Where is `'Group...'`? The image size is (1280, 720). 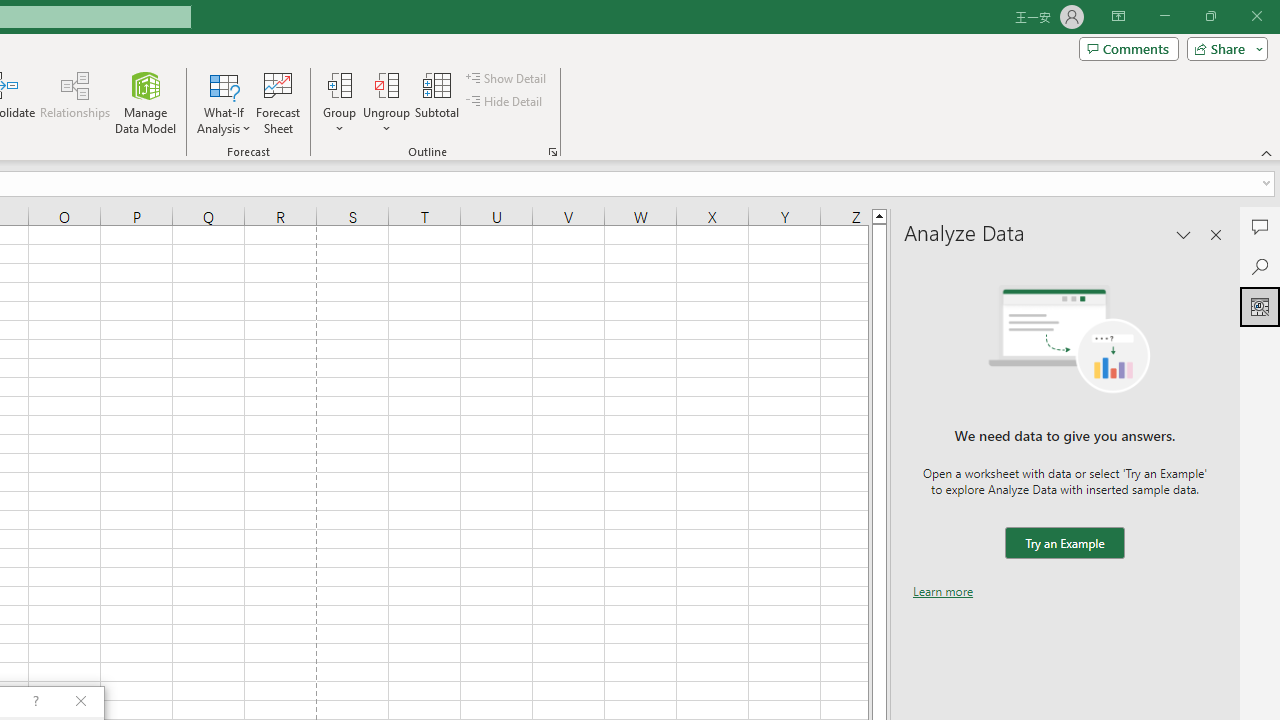 'Group...' is located at coordinates (339, 103).